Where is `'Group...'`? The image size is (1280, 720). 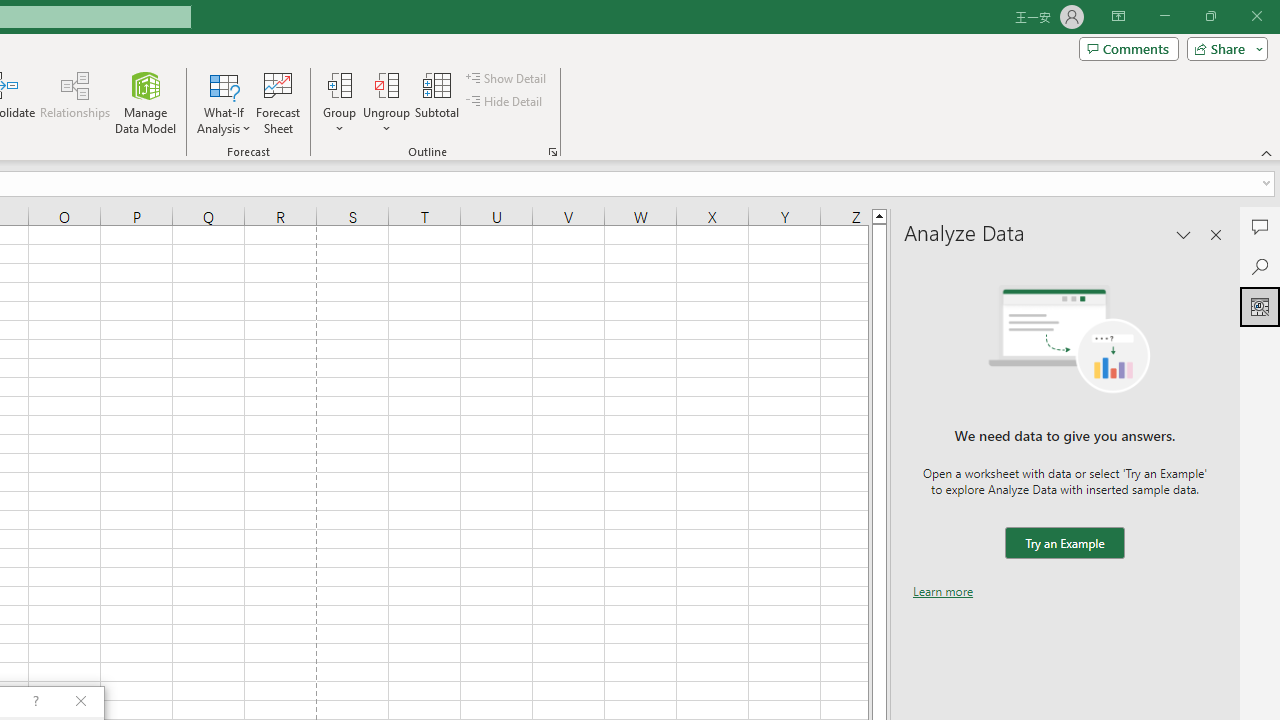 'Group...' is located at coordinates (339, 103).